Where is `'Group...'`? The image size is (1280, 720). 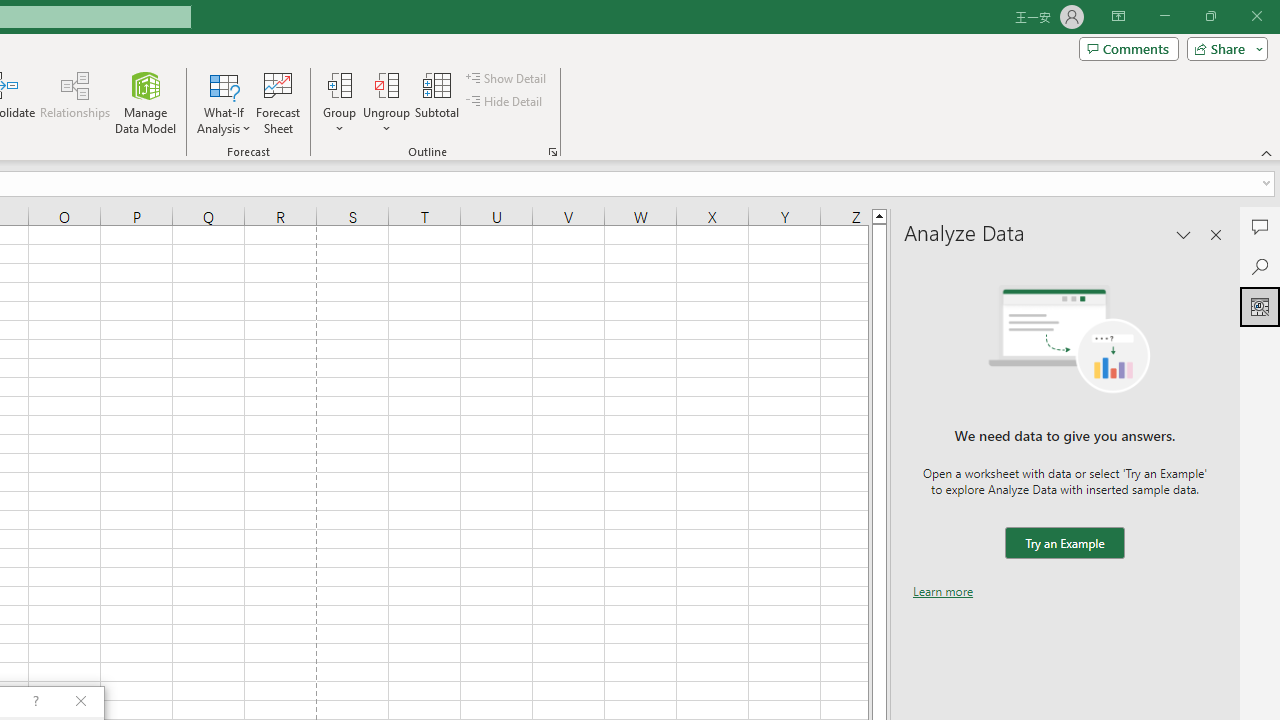 'Group...' is located at coordinates (339, 103).